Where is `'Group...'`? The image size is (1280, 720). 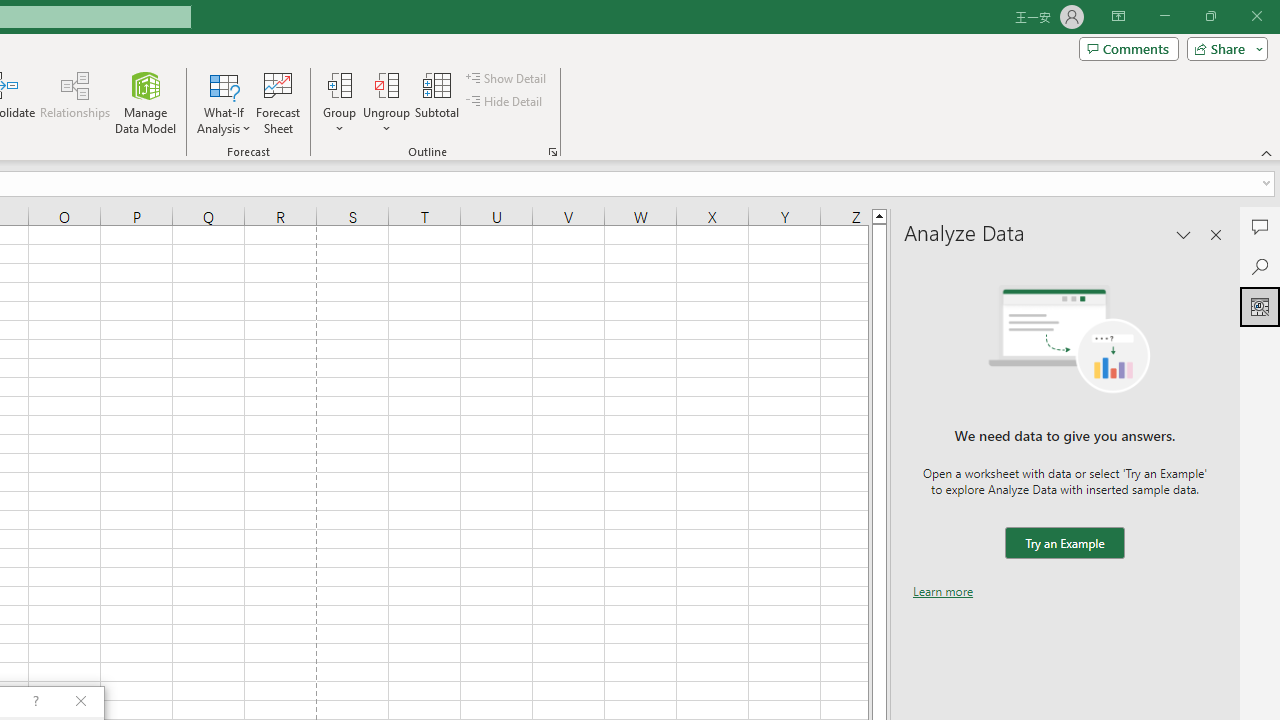 'Group...' is located at coordinates (339, 103).